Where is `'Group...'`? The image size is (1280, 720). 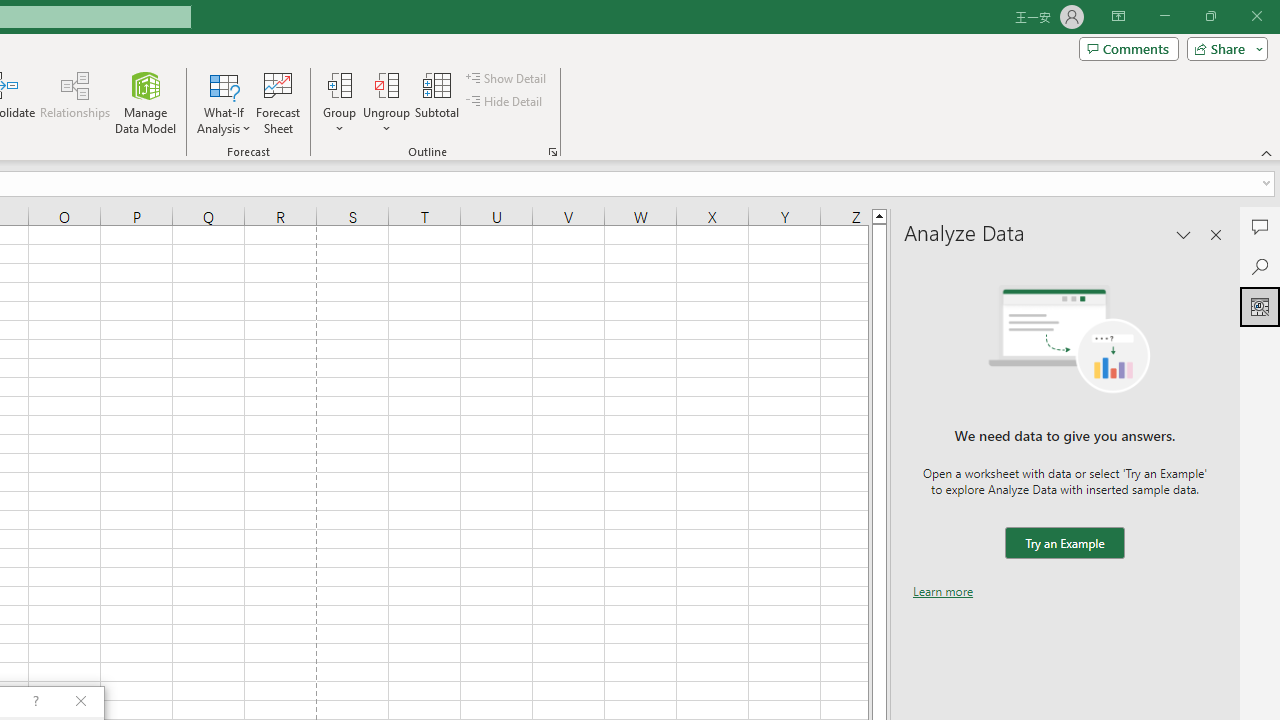 'Group...' is located at coordinates (339, 103).